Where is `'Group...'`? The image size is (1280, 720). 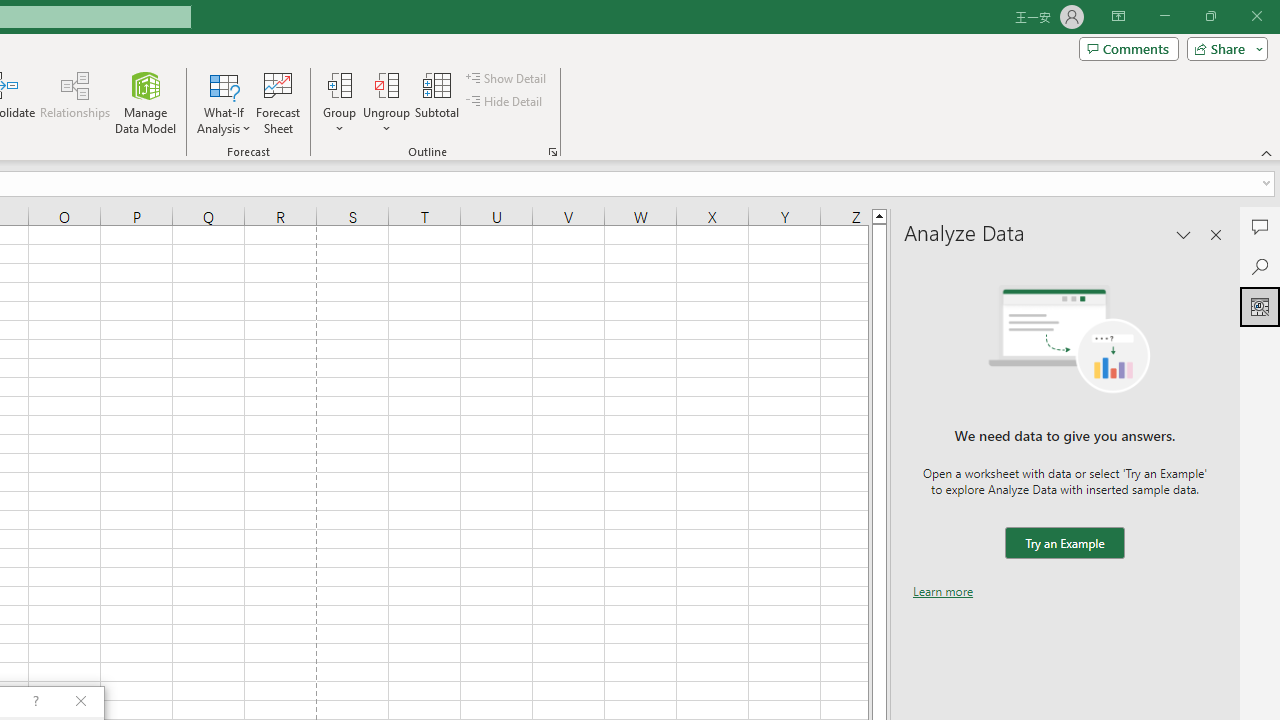 'Group...' is located at coordinates (339, 103).